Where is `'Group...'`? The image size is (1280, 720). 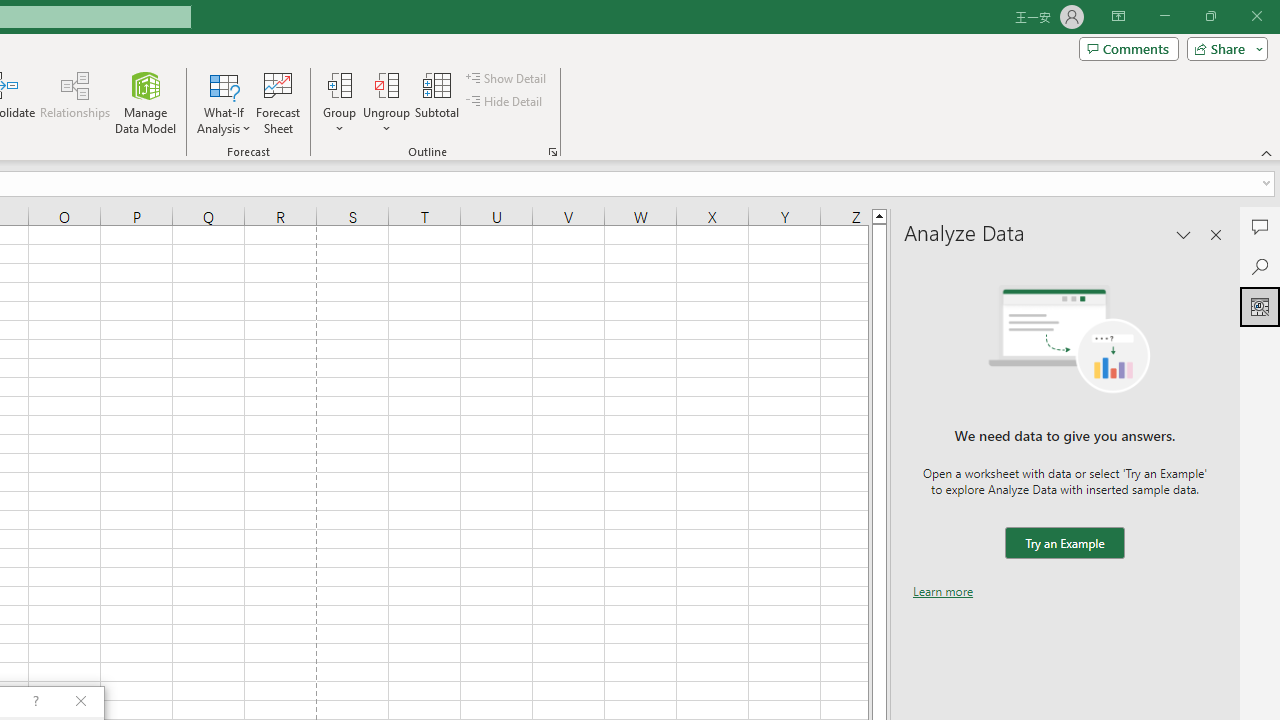 'Group...' is located at coordinates (339, 103).